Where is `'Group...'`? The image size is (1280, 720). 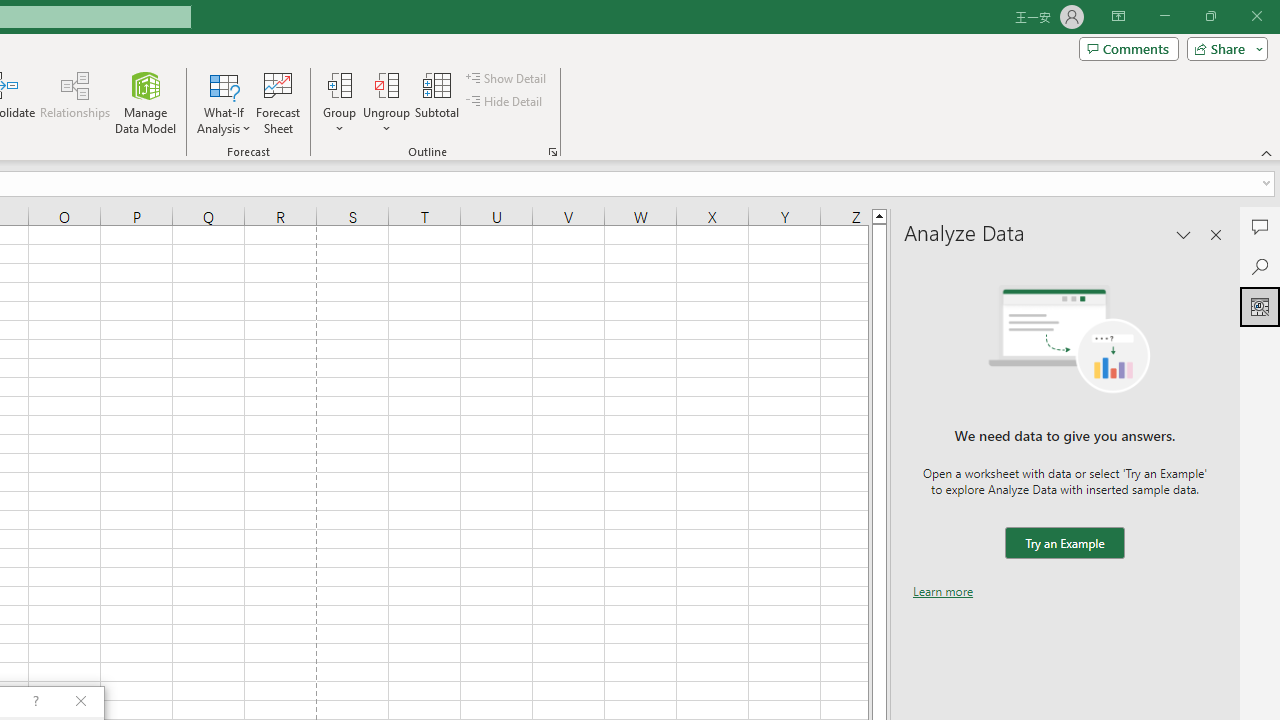 'Group...' is located at coordinates (339, 103).